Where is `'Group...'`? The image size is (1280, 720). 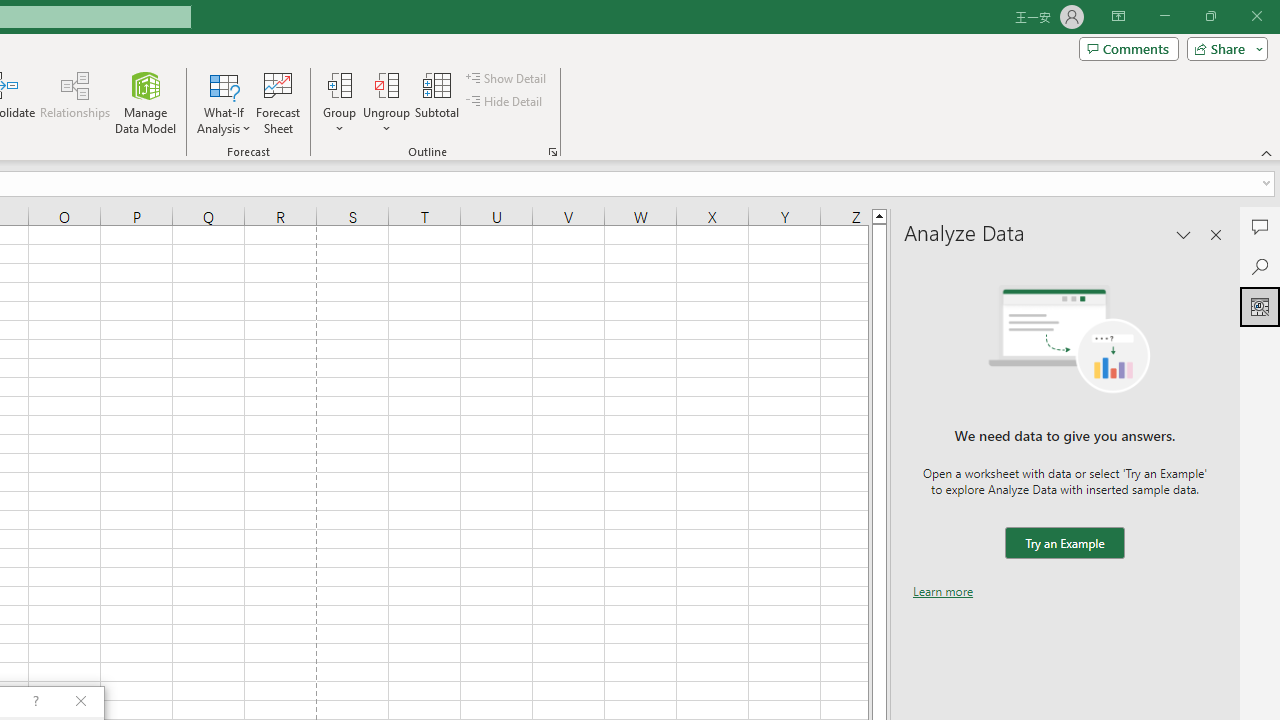 'Group...' is located at coordinates (339, 103).